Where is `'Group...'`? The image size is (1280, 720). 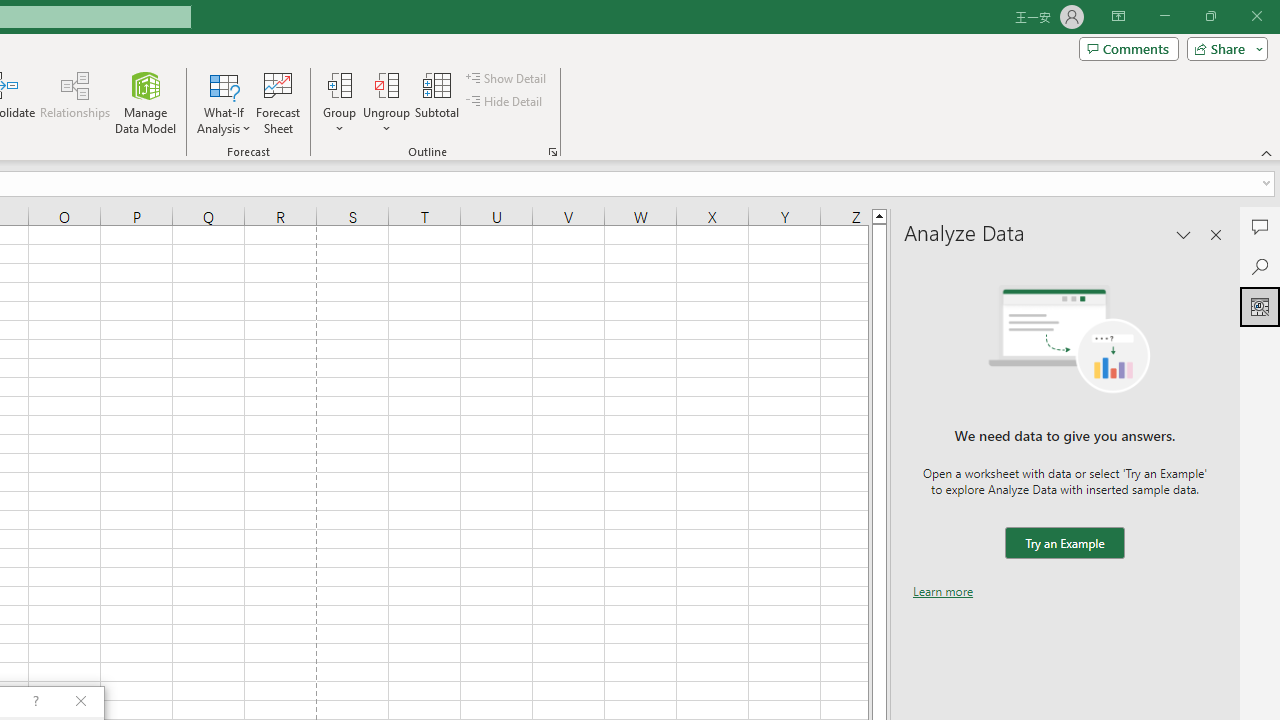 'Group...' is located at coordinates (339, 103).